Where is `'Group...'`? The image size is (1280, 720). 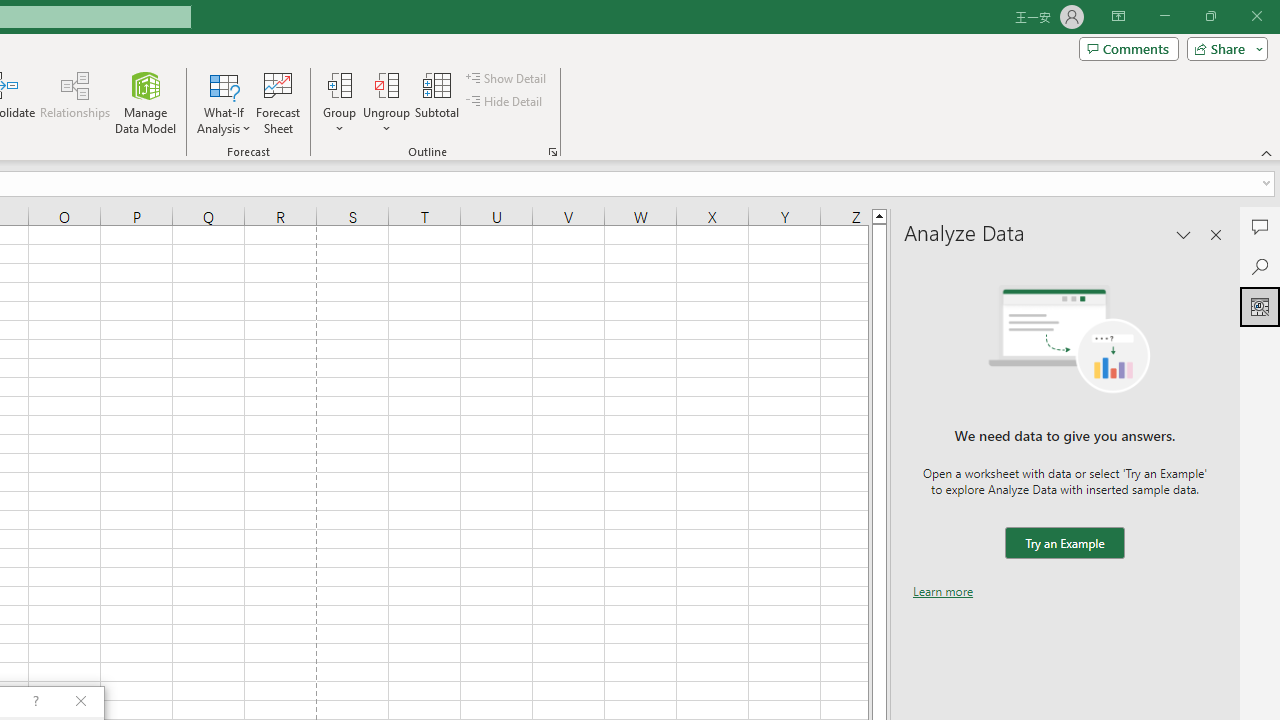 'Group...' is located at coordinates (339, 103).